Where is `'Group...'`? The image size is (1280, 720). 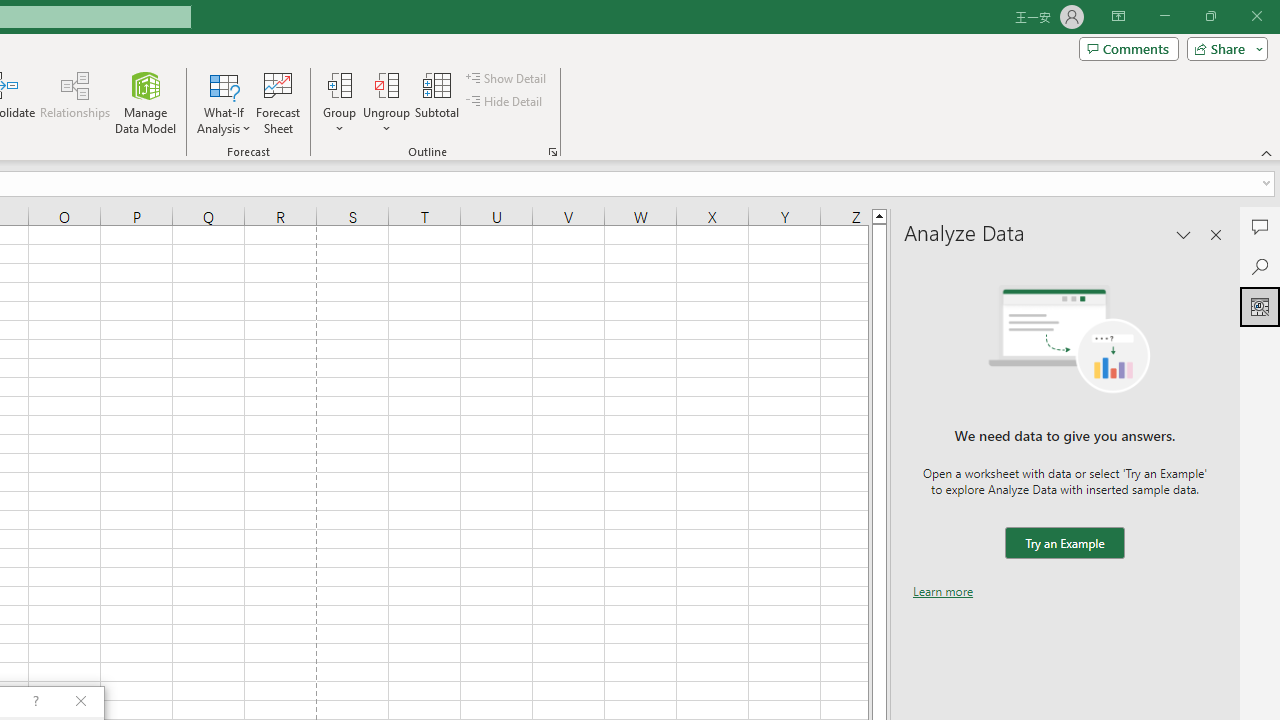 'Group...' is located at coordinates (339, 103).